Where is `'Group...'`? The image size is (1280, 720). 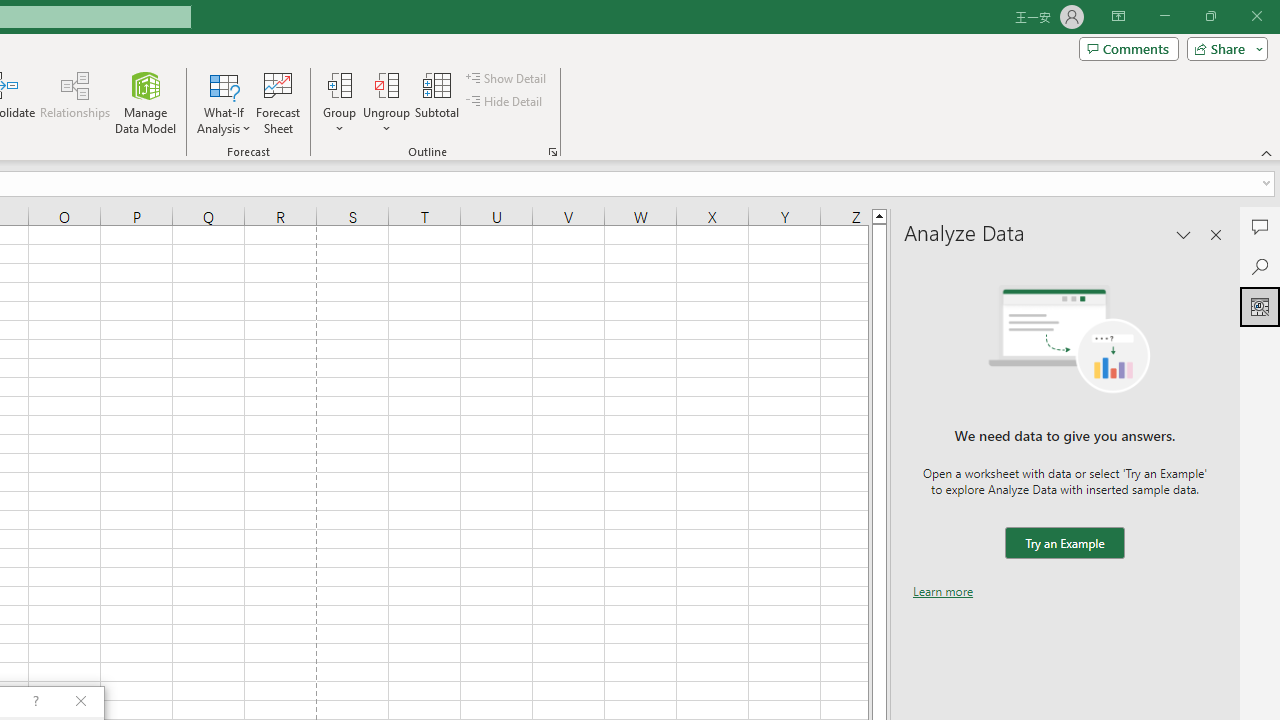 'Group...' is located at coordinates (339, 103).